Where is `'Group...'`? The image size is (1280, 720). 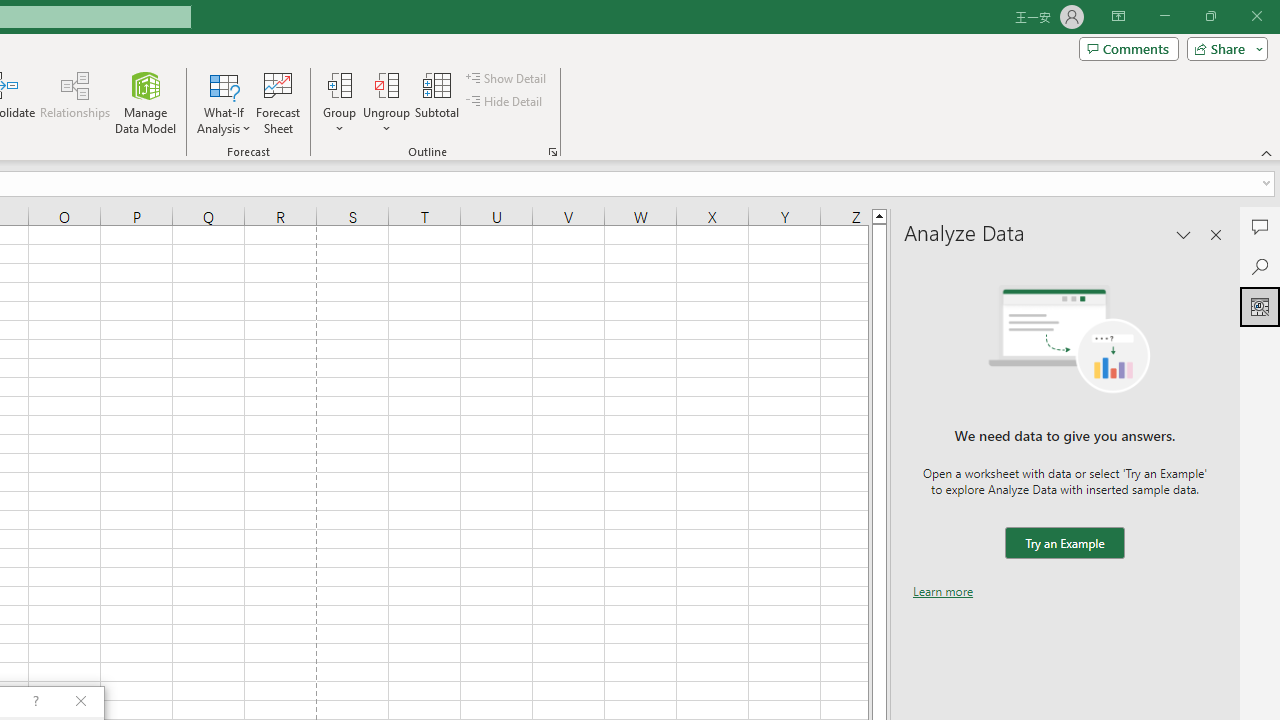 'Group...' is located at coordinates (339, 103).